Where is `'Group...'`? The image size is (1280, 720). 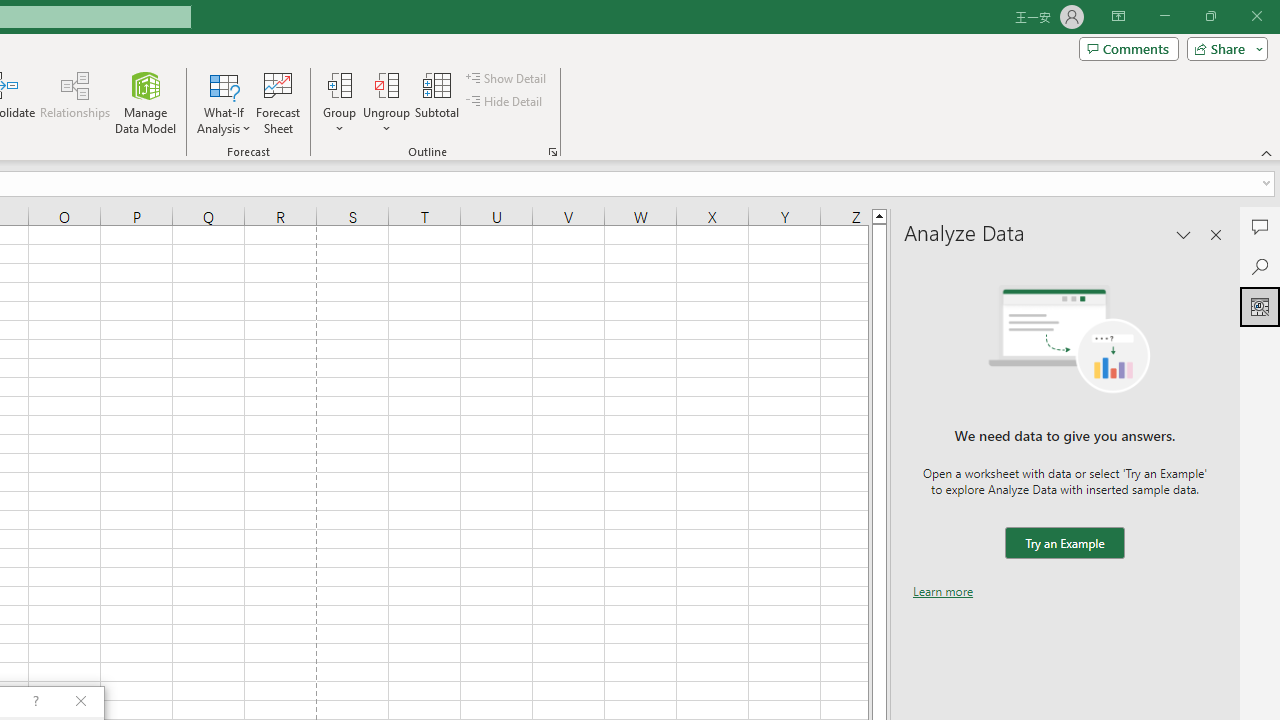 'Group...' is located at coordinates (339, 103).